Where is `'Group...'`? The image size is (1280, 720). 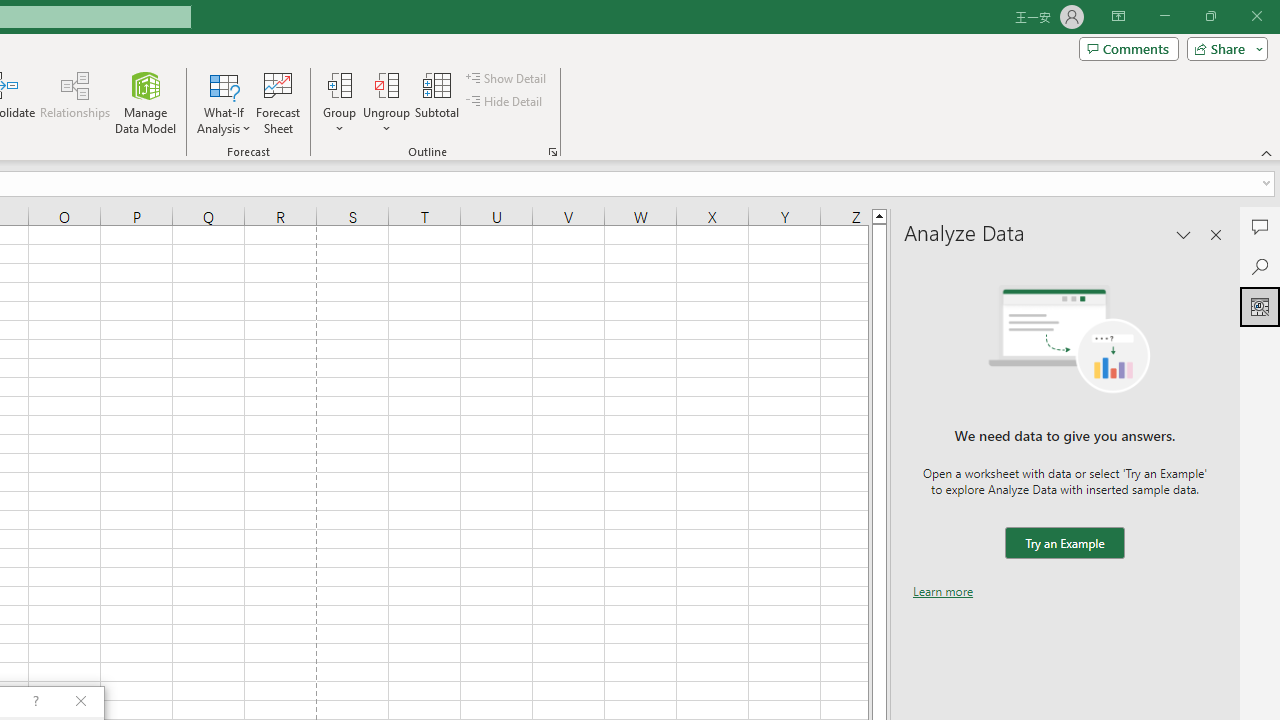 'Group...' is located at coordinates (339, 103).